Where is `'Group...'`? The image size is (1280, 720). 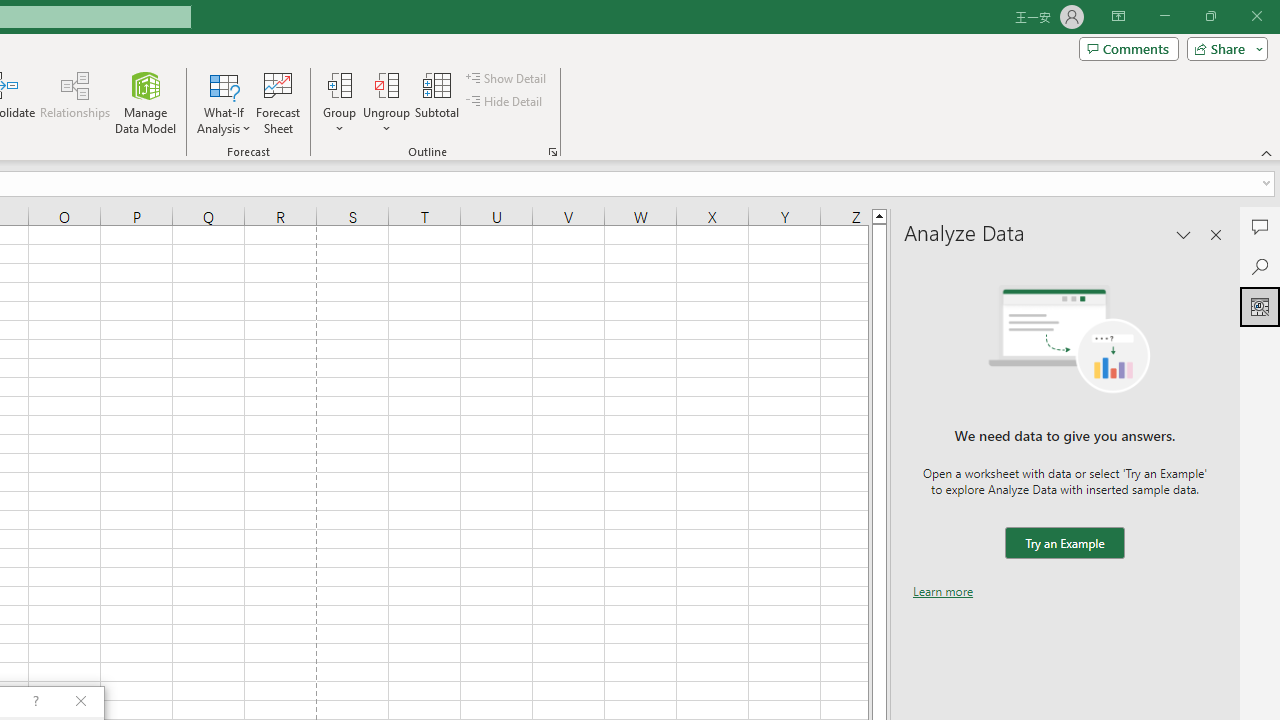 'Group...' is located at coordinates (339, 103).